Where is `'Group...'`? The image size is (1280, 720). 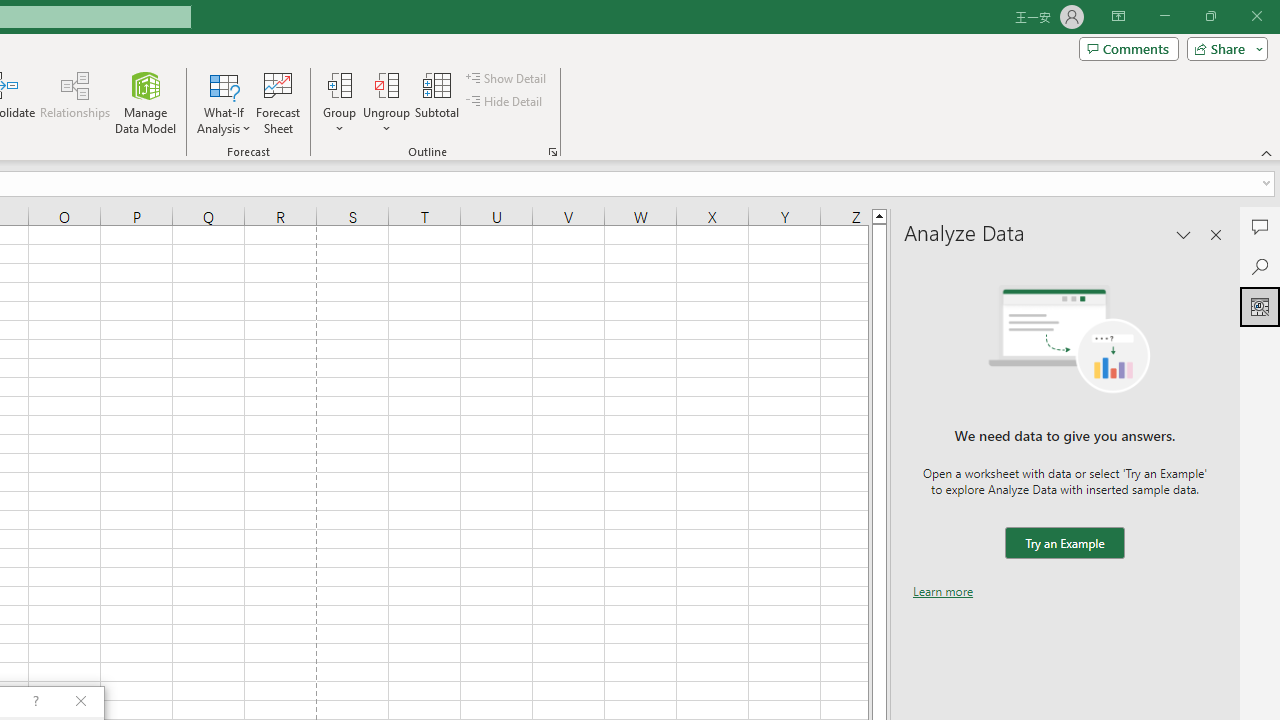 'Group...' is located at coordinates (339, 103).